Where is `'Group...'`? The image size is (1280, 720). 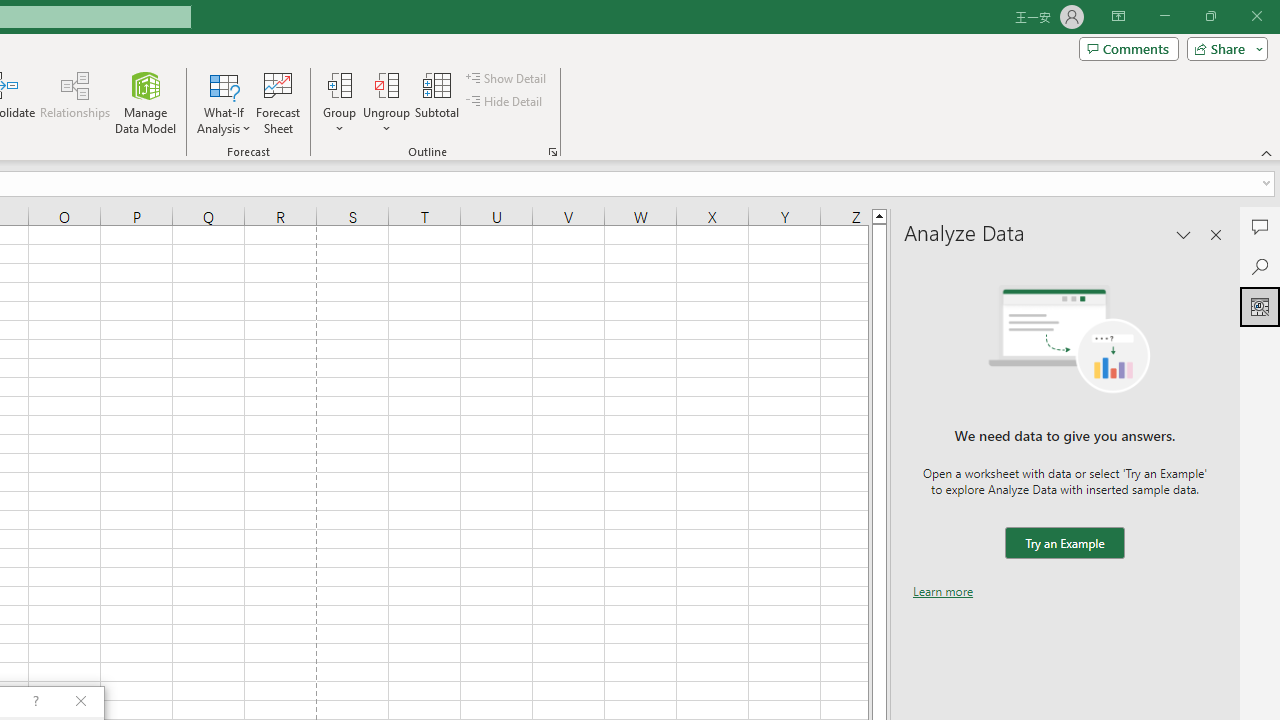 'Group...' is located at coordinates (339, 103).